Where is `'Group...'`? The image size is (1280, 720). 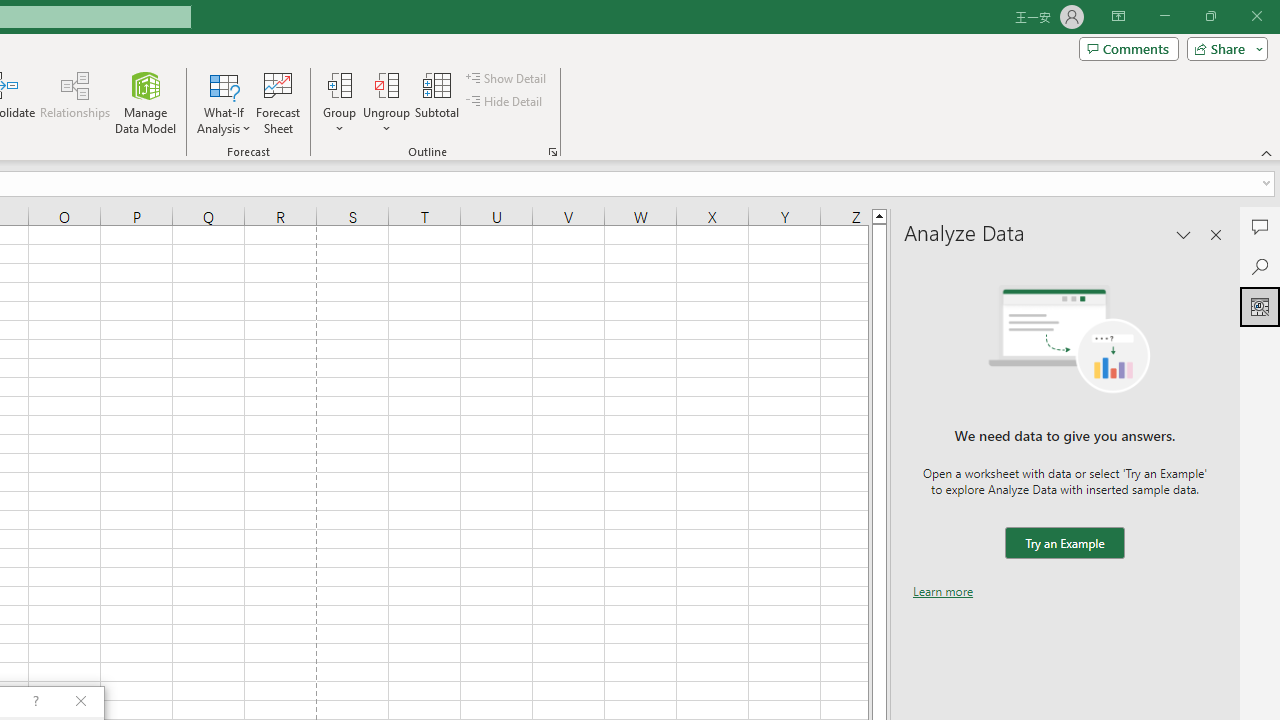 'Group...' is located at coordinates (339, 103).